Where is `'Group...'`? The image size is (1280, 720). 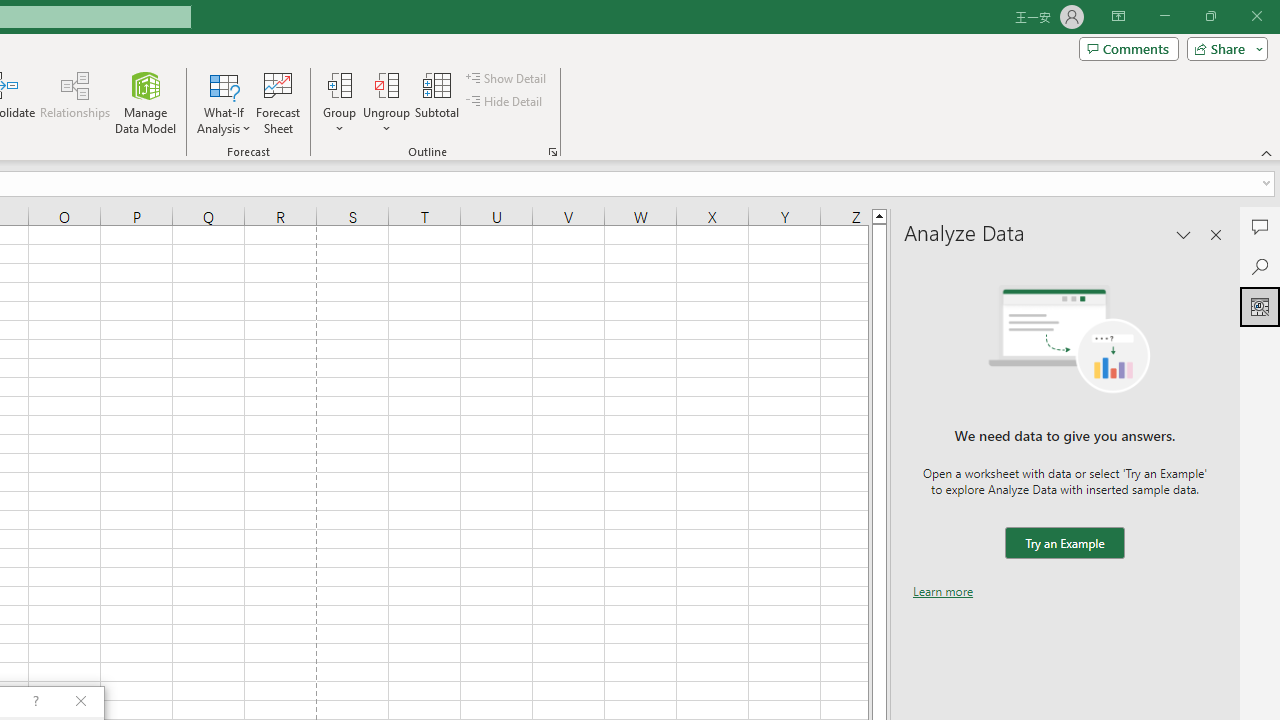 'Group...' is located at coordinates (339, 103).